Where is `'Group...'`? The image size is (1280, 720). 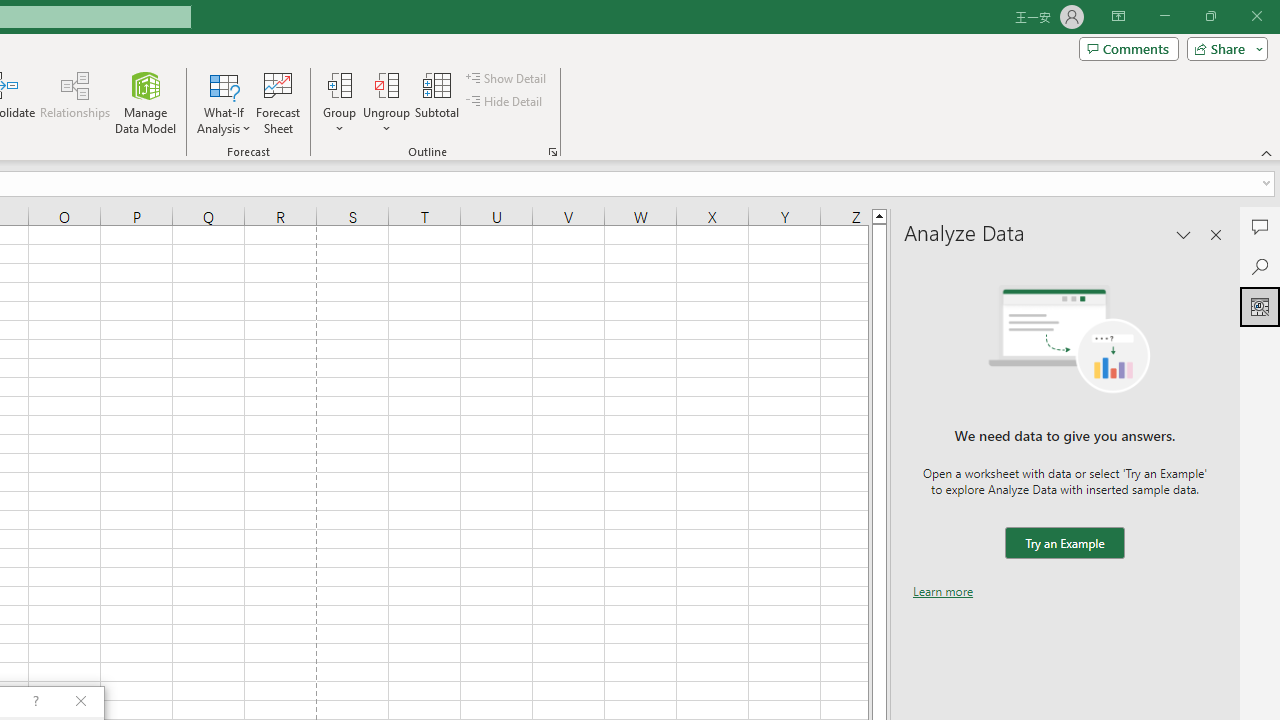 'Group...' is located at coordinates (339, 103).